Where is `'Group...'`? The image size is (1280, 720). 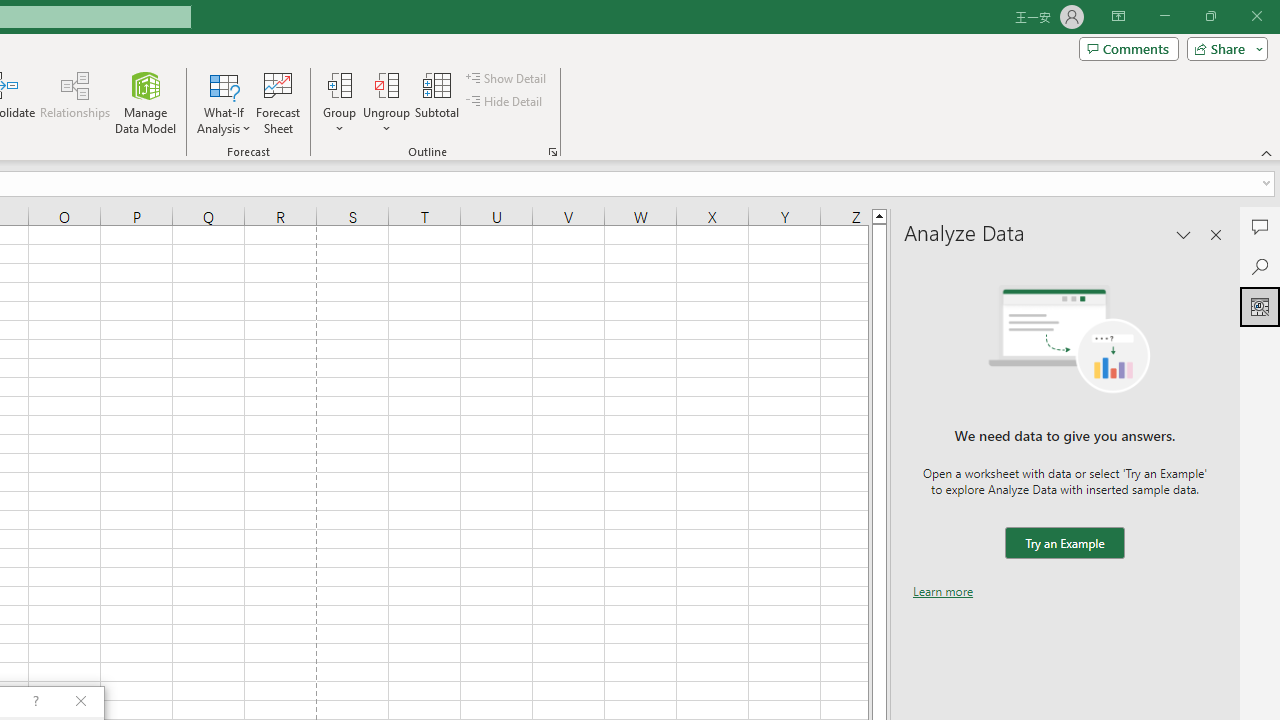 'Group...' is located at coordinates (339, 103).